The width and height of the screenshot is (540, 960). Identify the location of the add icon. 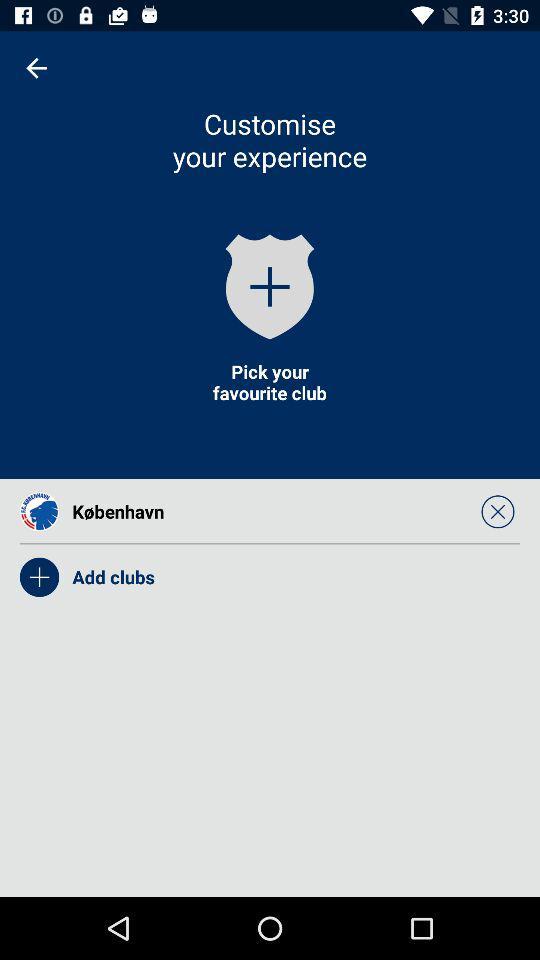
(270, 285).